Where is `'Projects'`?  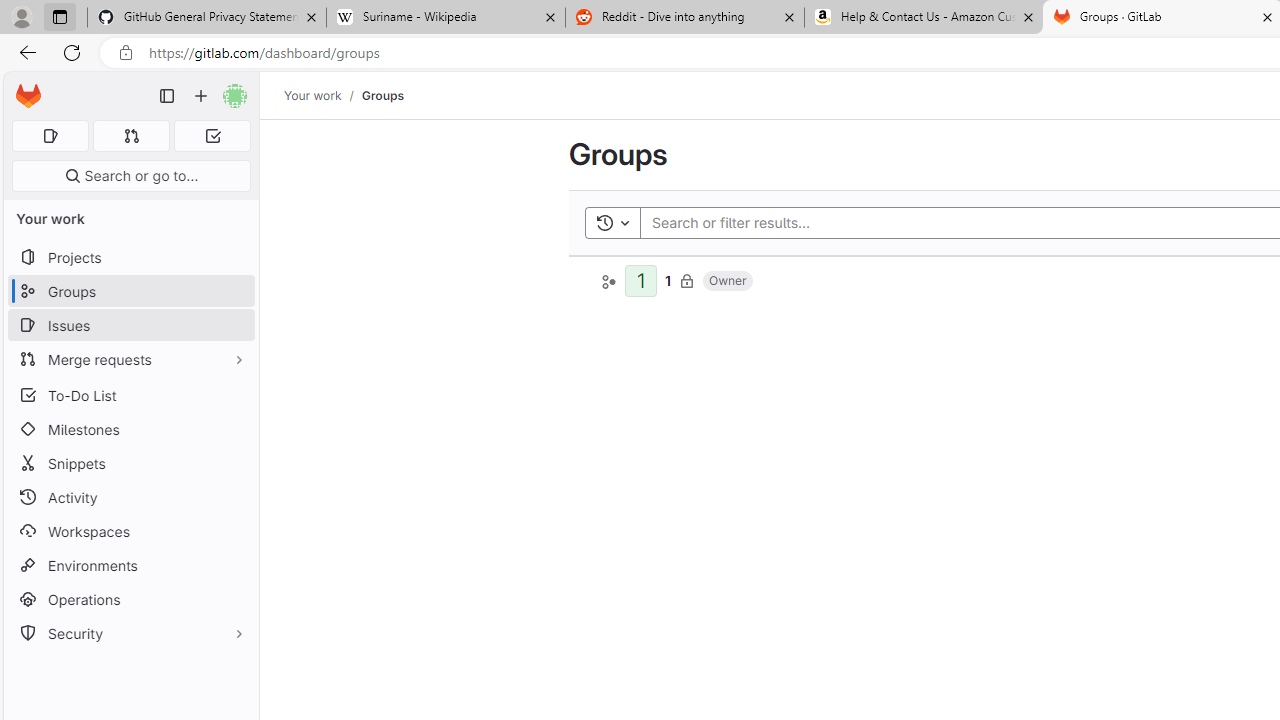 'Projects' is located at coordinates (130, 256).